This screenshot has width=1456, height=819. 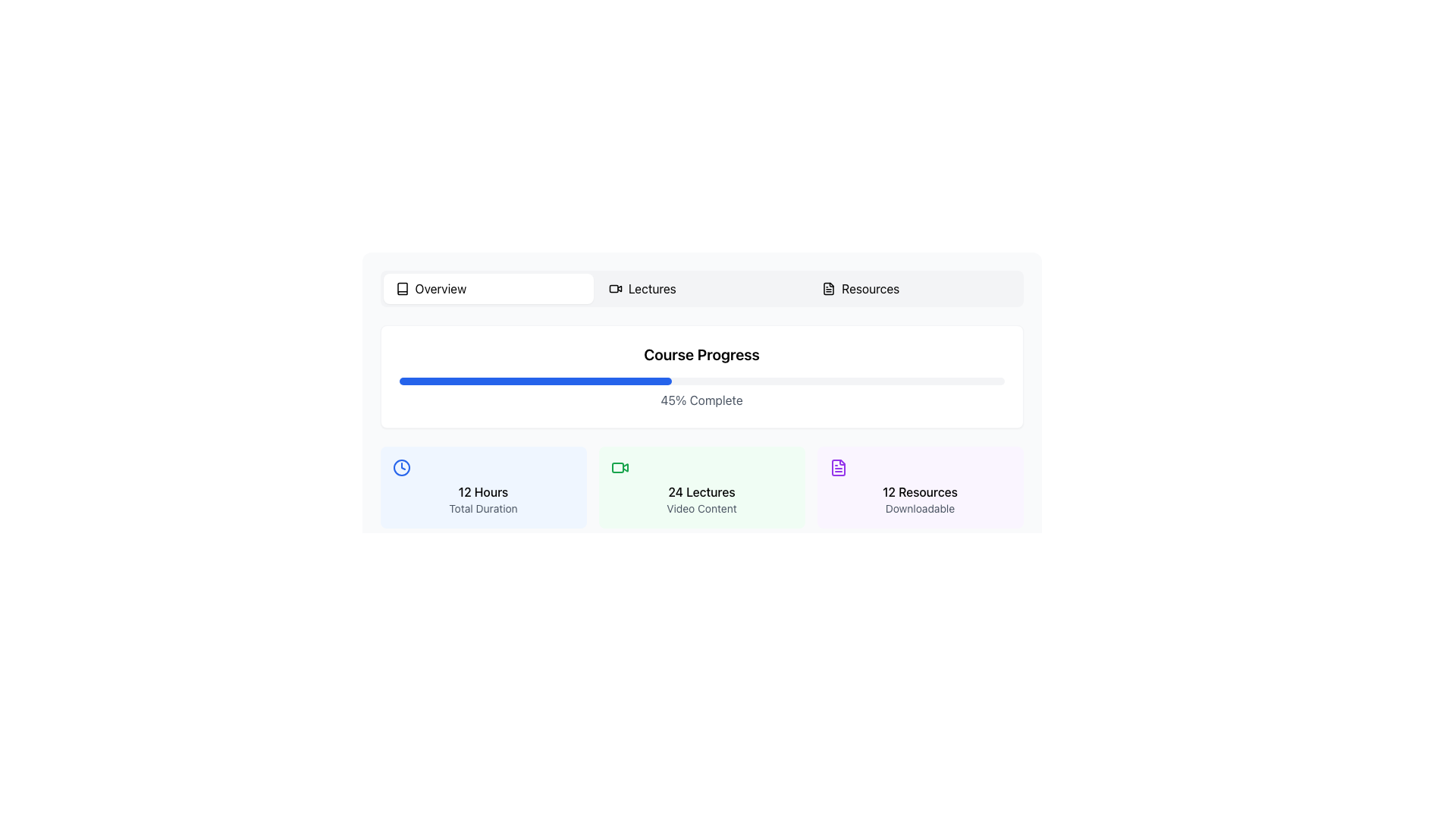 What do you see at coordinates (919, 488) in the screenshot?
I see `the informational card that indicates the availability of 12 downloadable resources related to the course, located in the third column beneath the 'Course Progress' section` at bounding box center [919, 488].